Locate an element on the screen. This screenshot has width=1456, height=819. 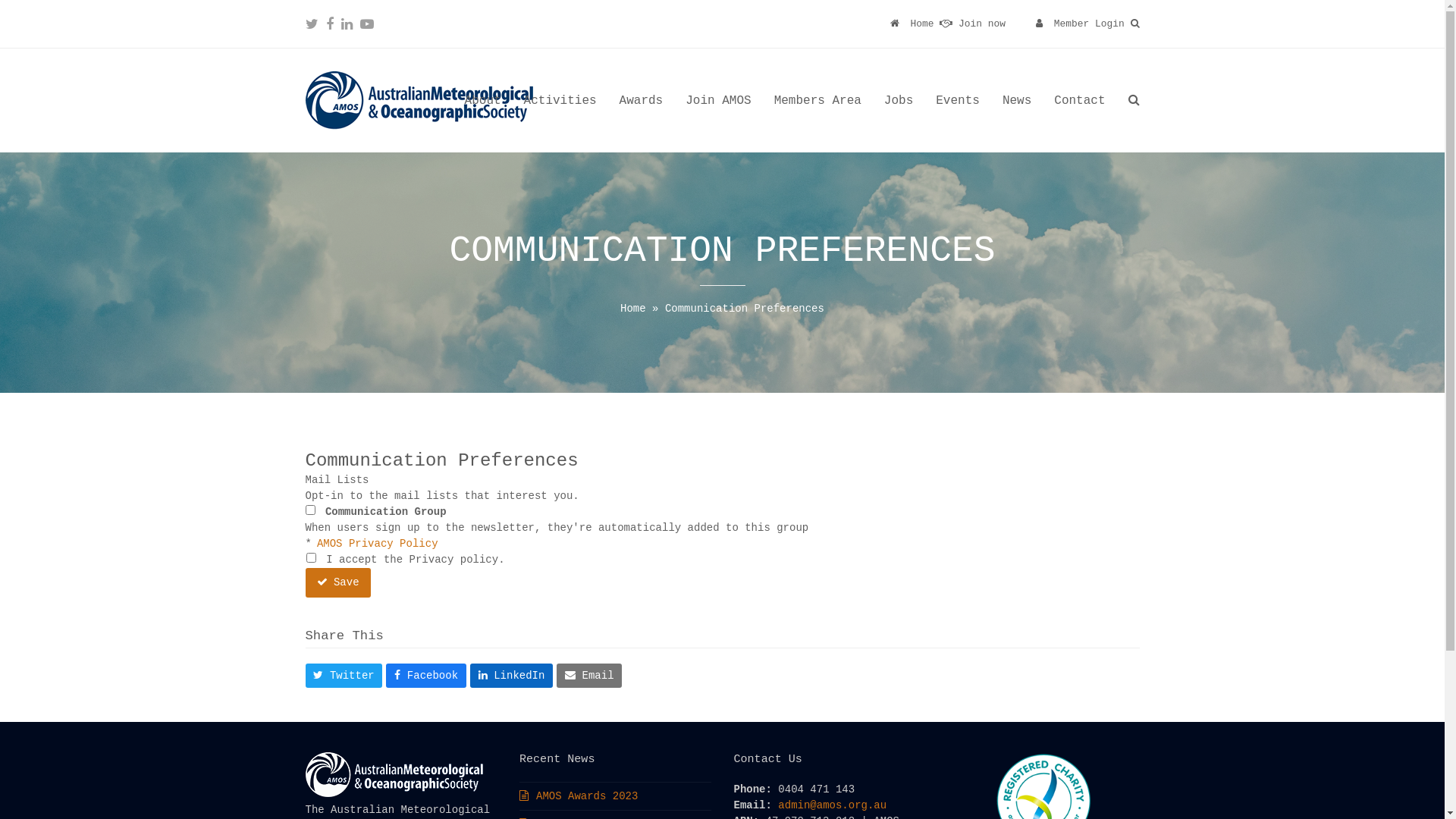
'LinkedIn' is located at coordinates (511, 675).